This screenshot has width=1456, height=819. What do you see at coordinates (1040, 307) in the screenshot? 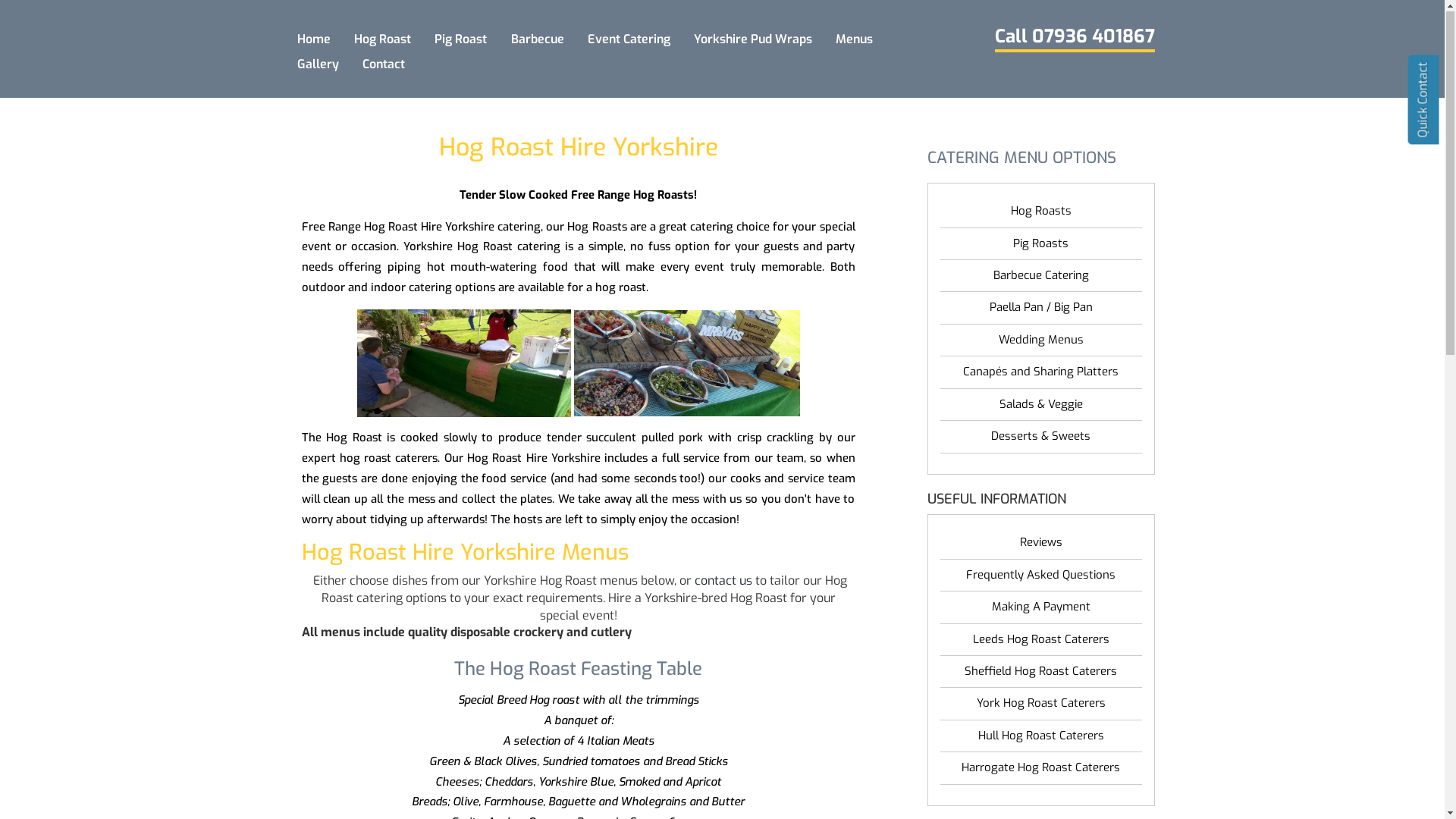
I see `'Paella Pan / Big Pan'` at bounding box center [1040, 307].